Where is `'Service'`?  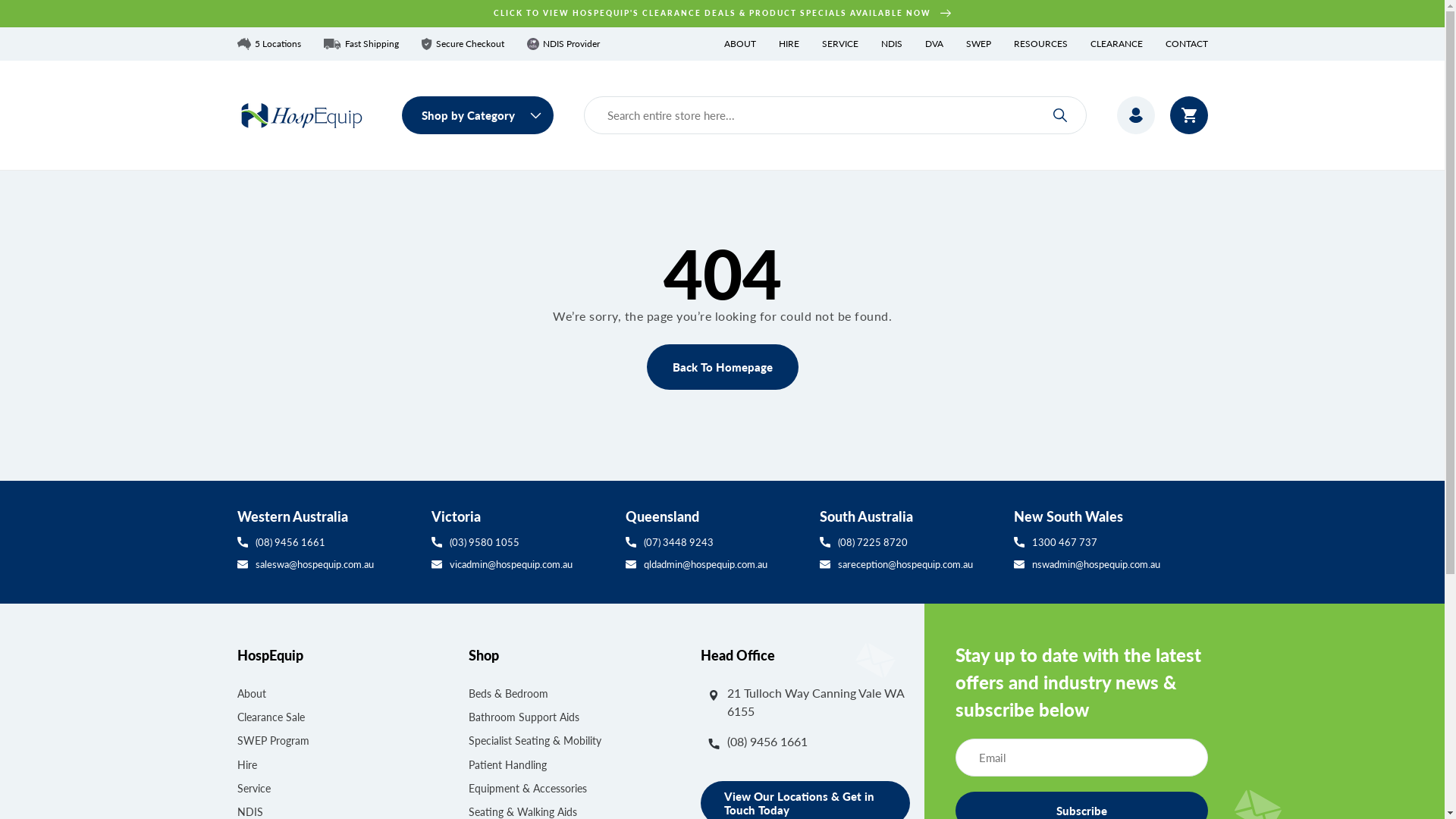 'Service' is located at coordinates (253, 787).